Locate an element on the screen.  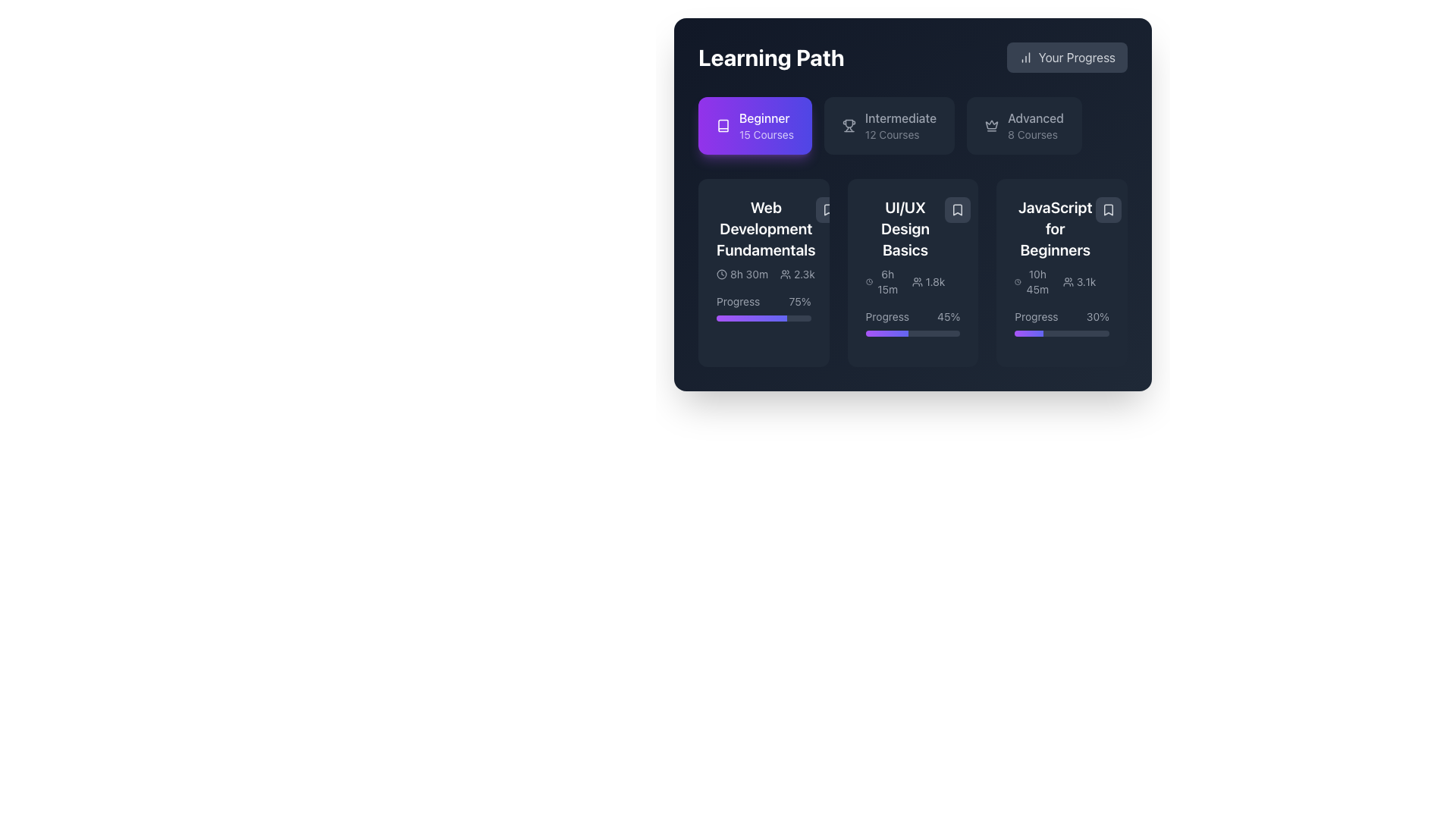
the progress value is located at coordinates (1031, 332).